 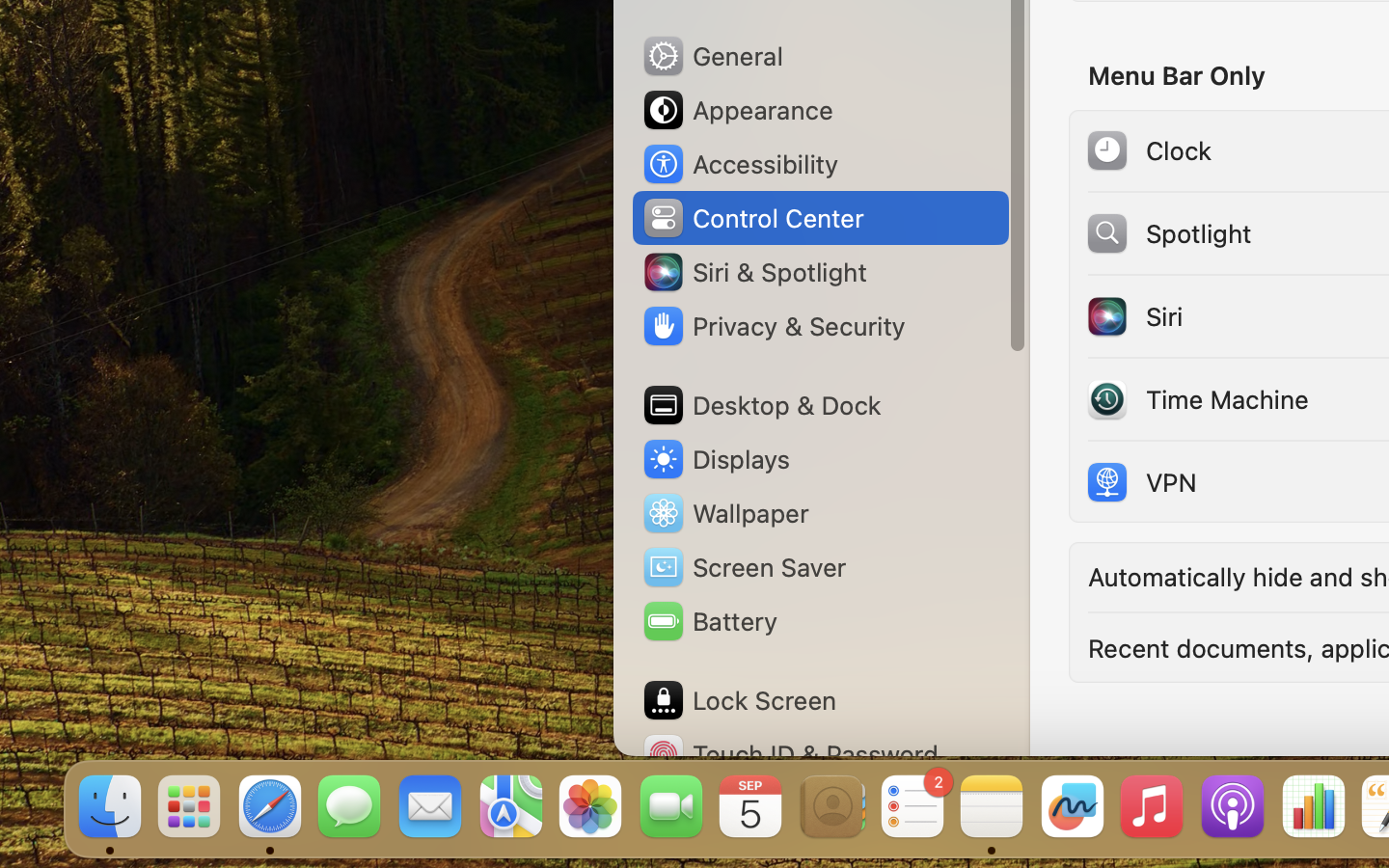 What do you see at coordinates (1148, 149) in the screenshot?
I see `'Clock'` at bounding box center [1148, 149].